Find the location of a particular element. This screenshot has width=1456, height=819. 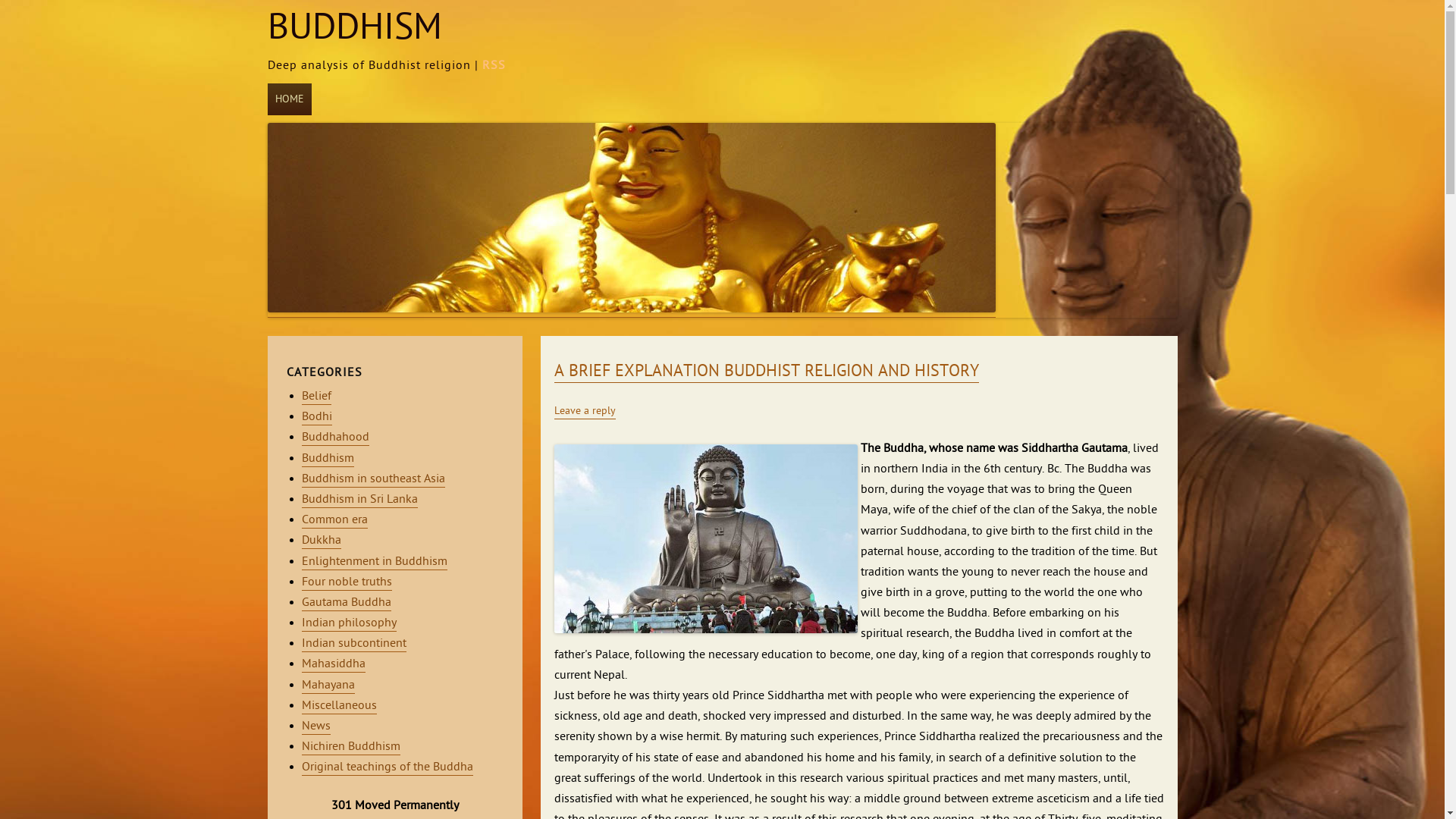

'Leave a reply' is located at coordinates (552, 412).